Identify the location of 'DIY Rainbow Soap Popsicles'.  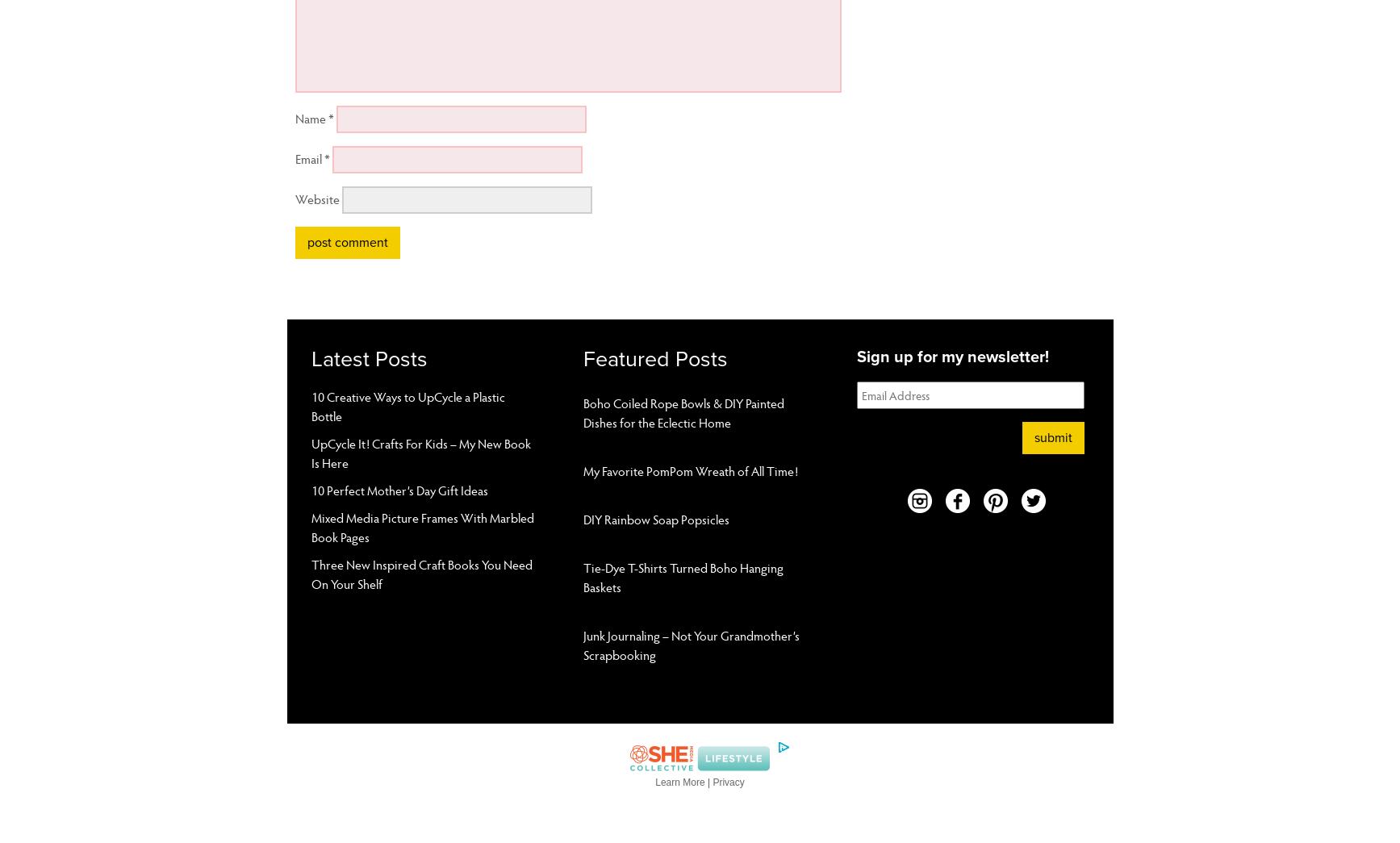
(656, 518).